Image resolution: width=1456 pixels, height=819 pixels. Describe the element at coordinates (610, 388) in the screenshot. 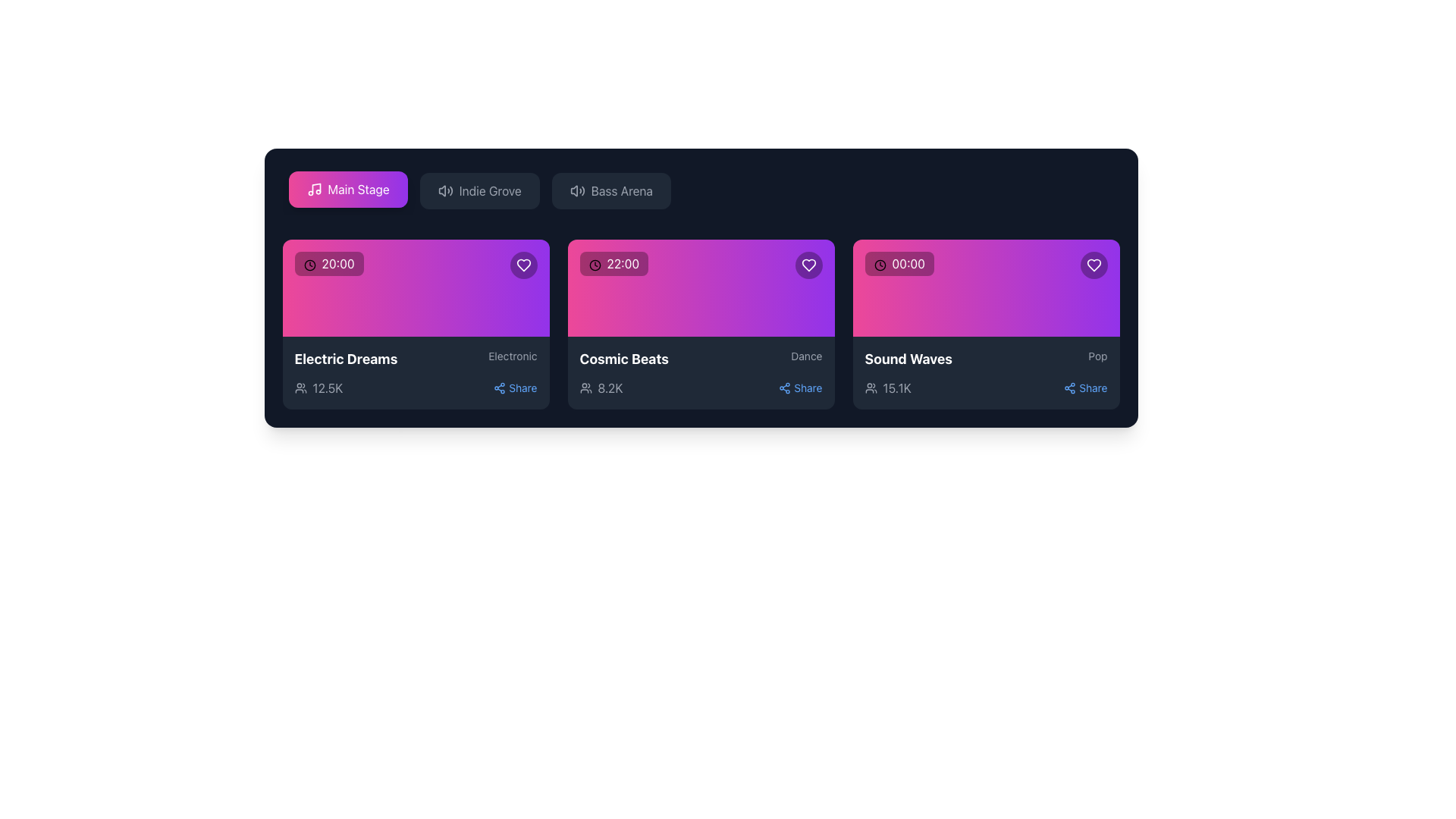

I see `number '8.2K' displayed in the gray text label, which is located at the bottom section of the second card titled 'Cosmic Beats'` at that location.